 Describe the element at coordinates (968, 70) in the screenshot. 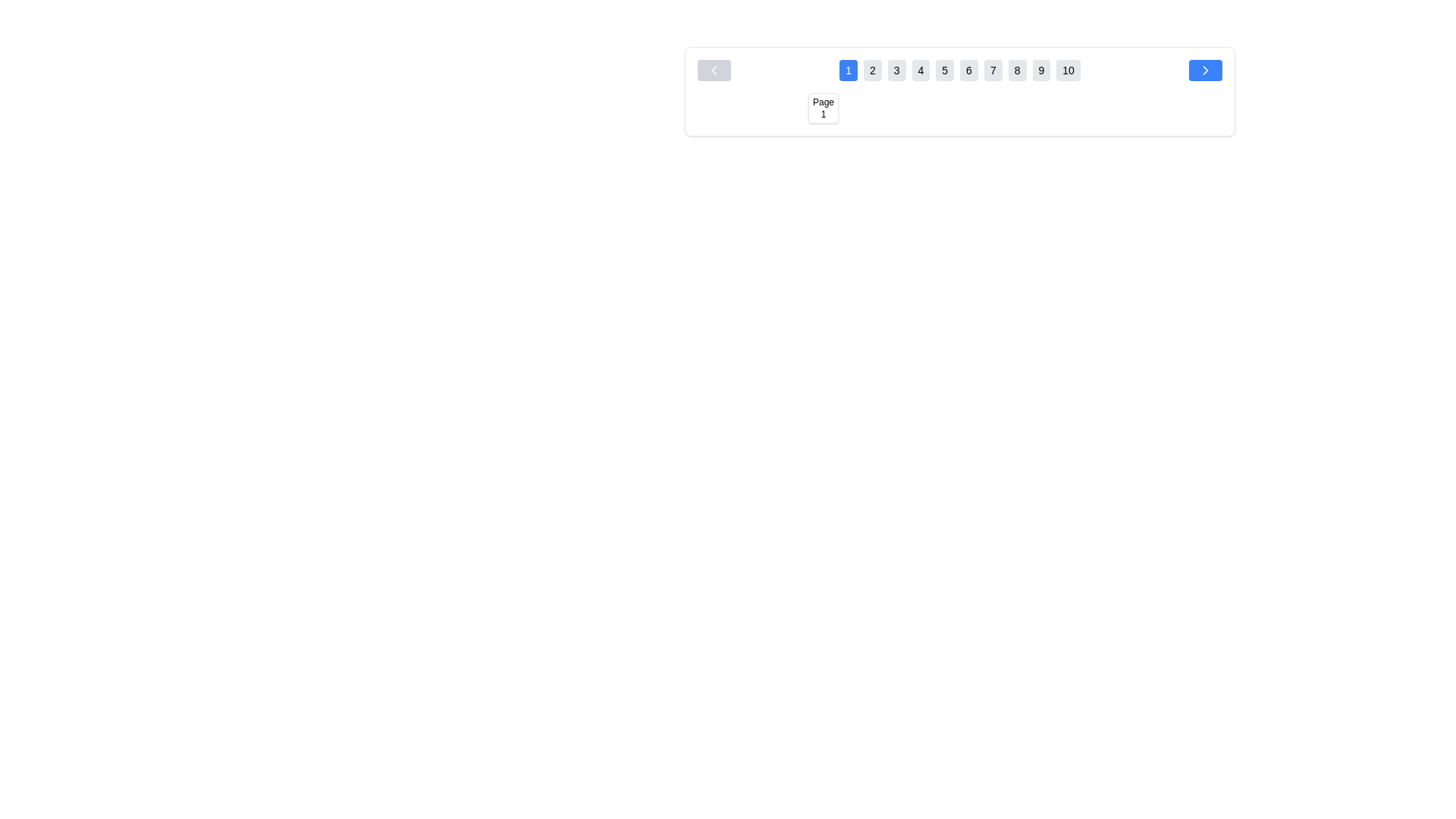

I see `the pagination button labeled '6' with a light gray background` at that location.